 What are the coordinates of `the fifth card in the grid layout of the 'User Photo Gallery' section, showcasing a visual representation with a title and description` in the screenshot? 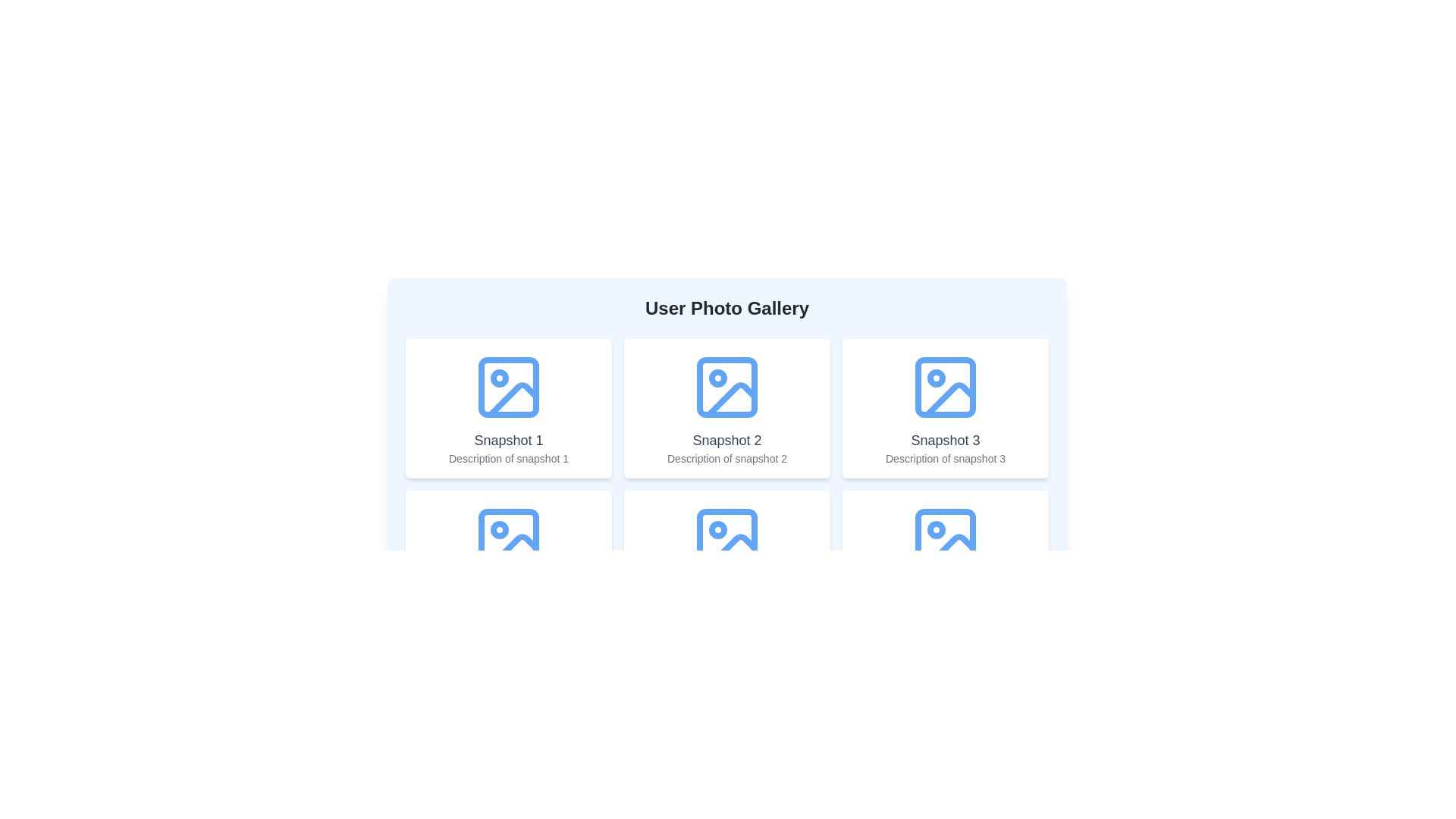 It's located at (726, 560).